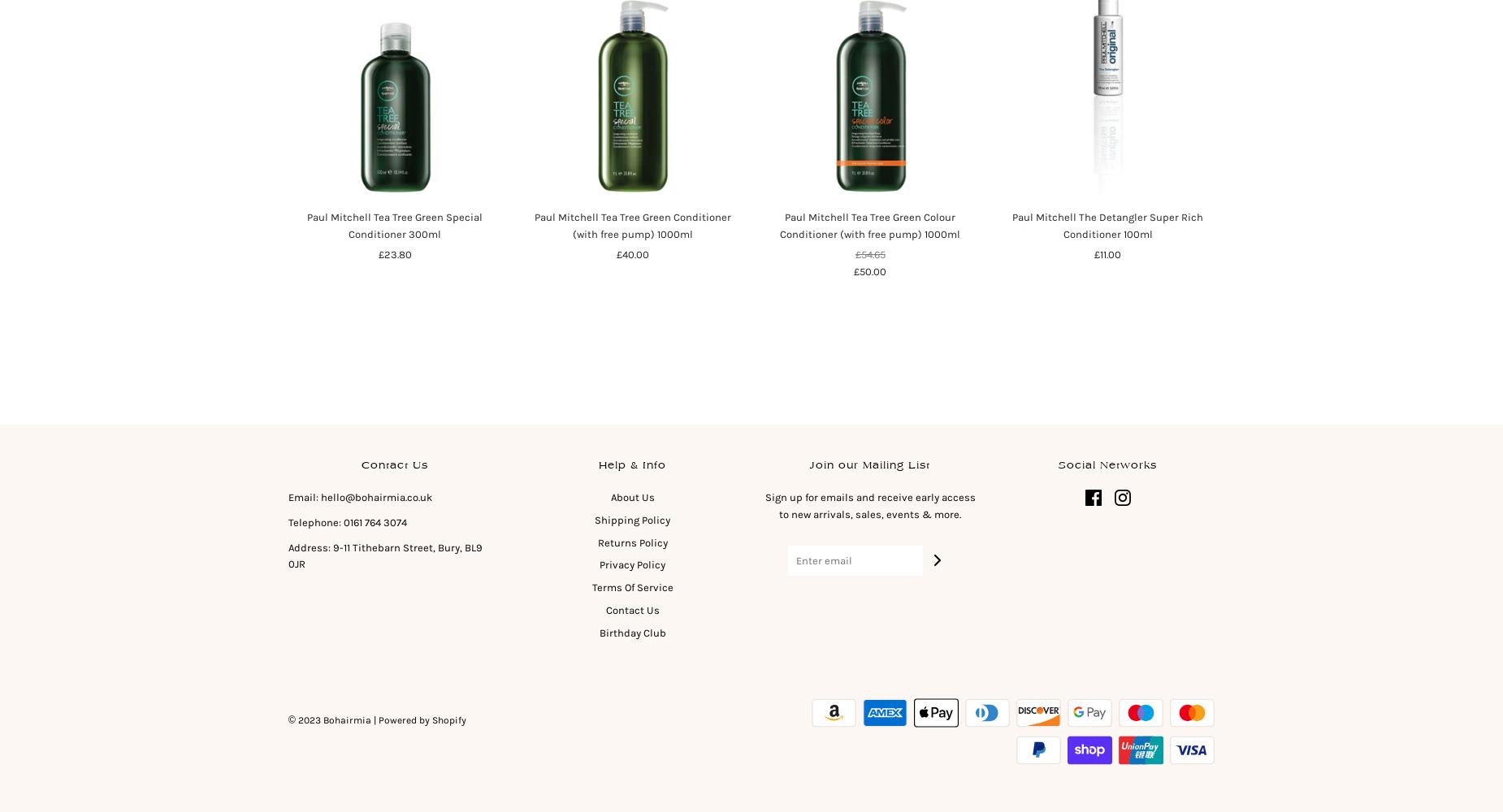  I want to click on 'Telephone: 0161 764 3074', so click(288, 521).